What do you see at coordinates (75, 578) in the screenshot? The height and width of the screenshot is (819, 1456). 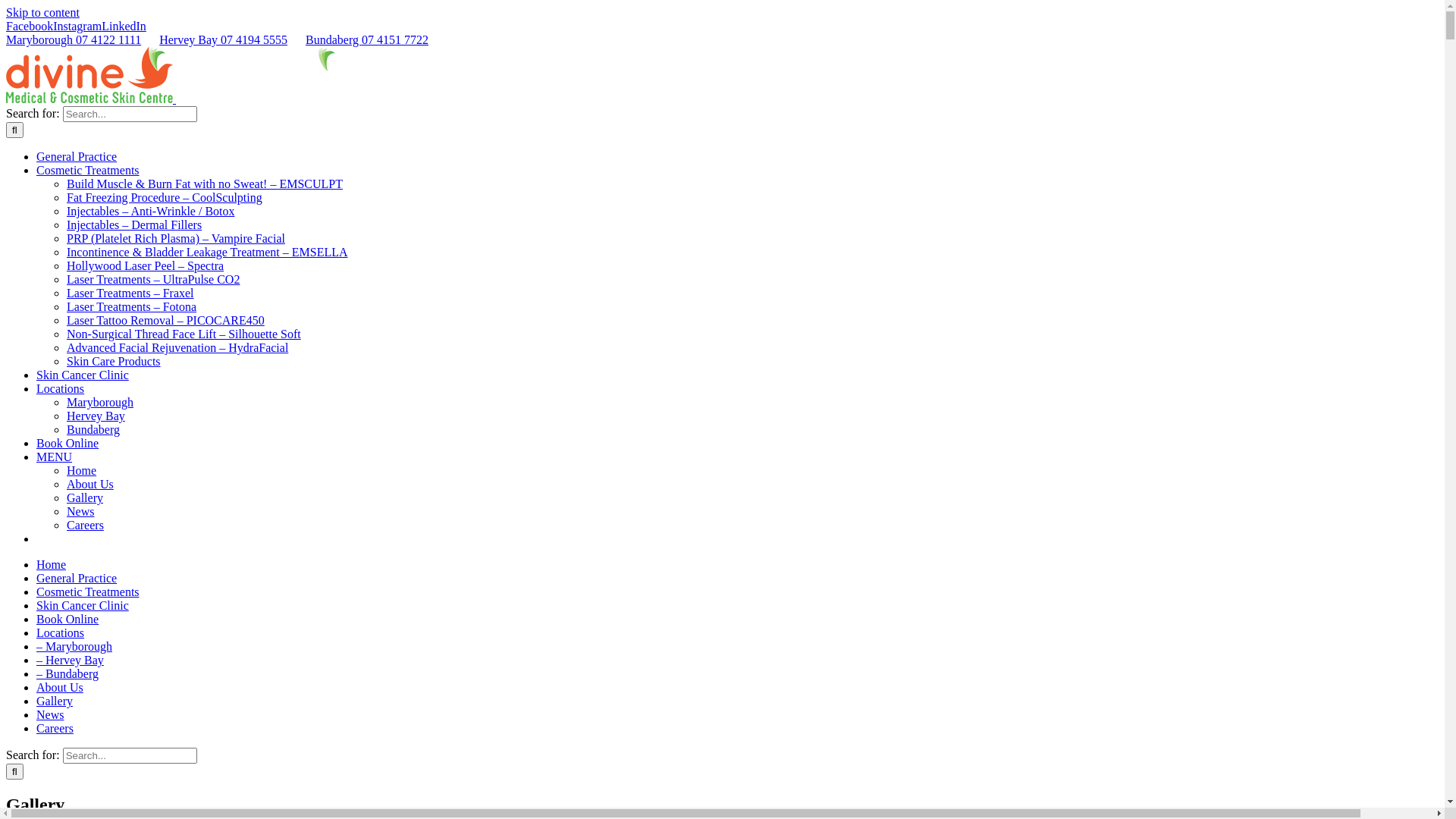 I see `'General Practice'` at bounding box center [75, 578].